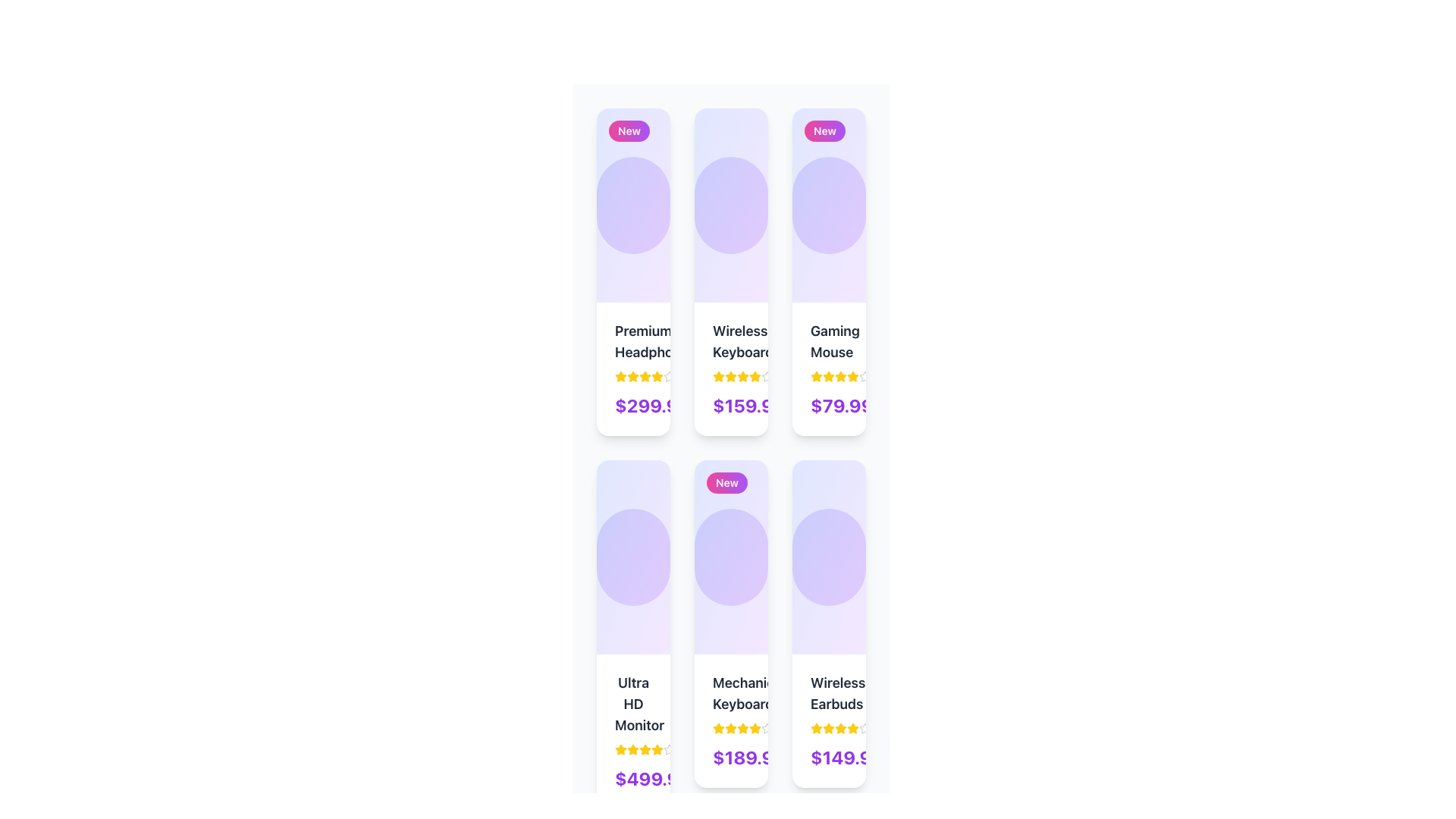 This screenshot has width=1456, height=819. What do you see at coordinates (828, 693) in the screenshot?
I see `the text label reading 'Wireless Earbuds' which is styled with a larger, bold font in dark gray color, located in the bottom-right corner of the interface above the star ratings and price information` at bounding box center [828, 693].